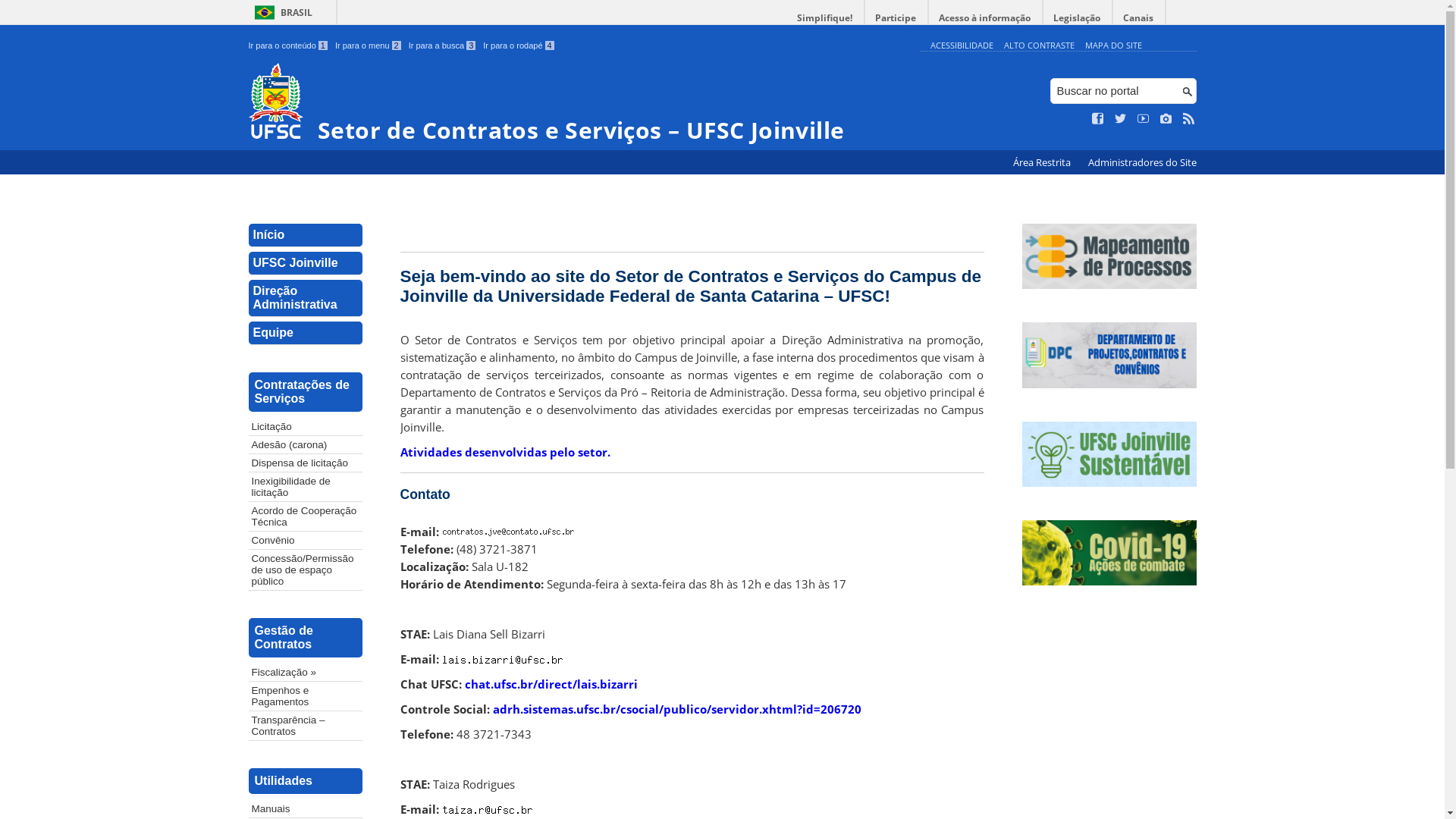 The image size is (1456, 819). Describe the element at coordinates (305, 262) in the screenshot. I see `'UFSC Joinville'` at that location.